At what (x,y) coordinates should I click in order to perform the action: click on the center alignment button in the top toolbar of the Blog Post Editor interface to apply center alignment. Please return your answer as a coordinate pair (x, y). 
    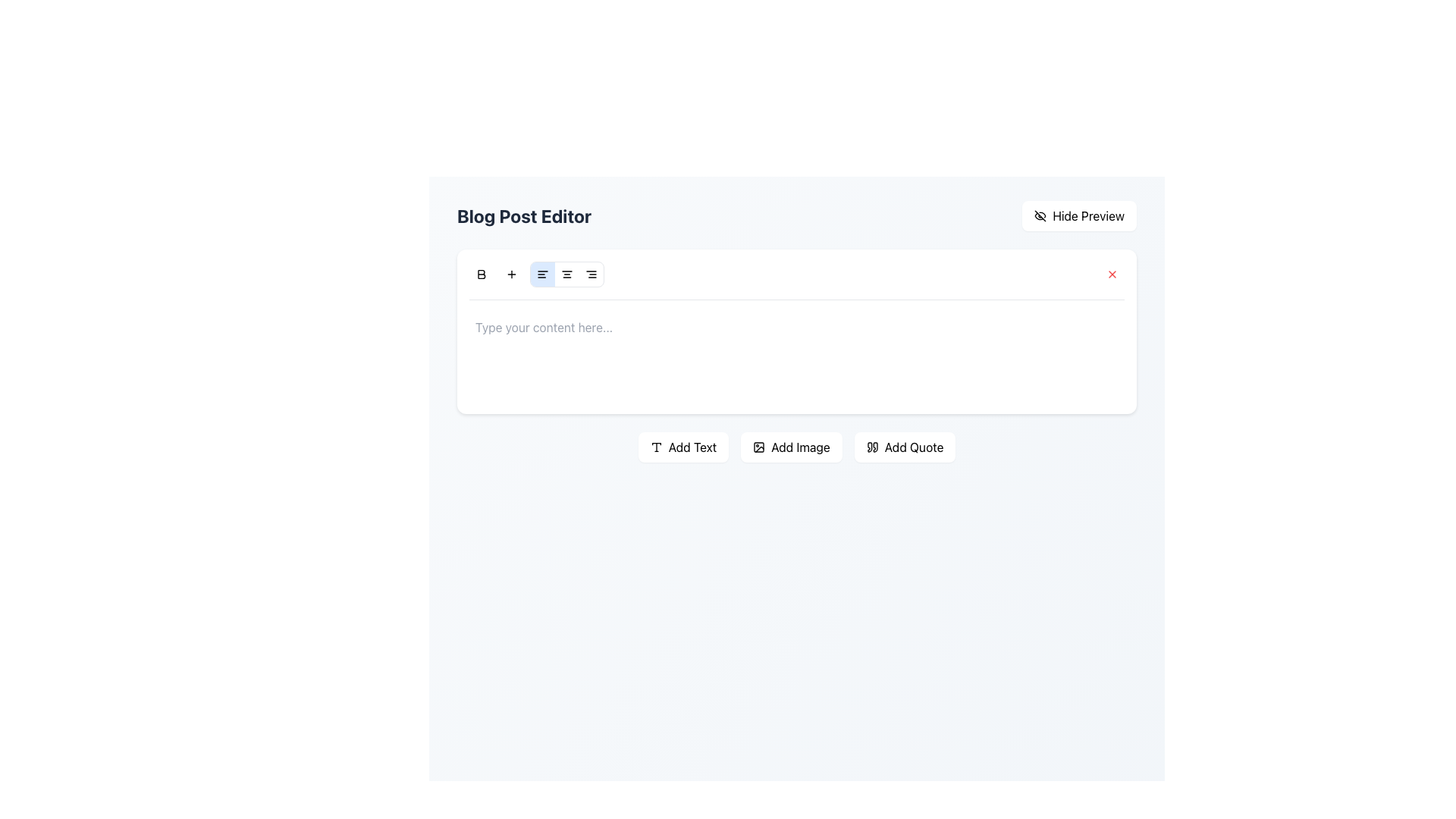
    Looking at the image, I should click on (566, 275).